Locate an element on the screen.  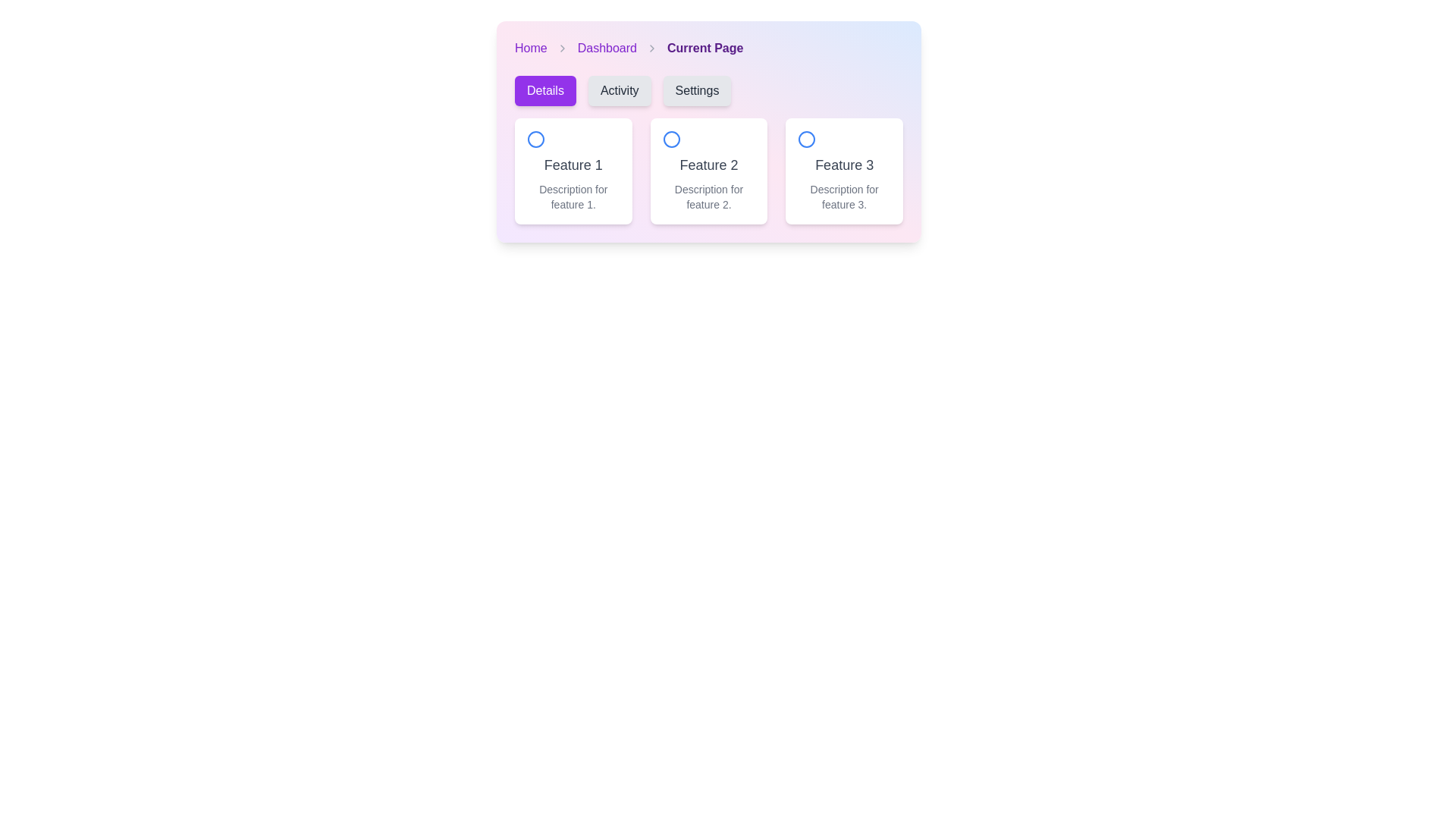
the first feature card located in the top-left corner of the grid layout is located at coordinates (573, 171).